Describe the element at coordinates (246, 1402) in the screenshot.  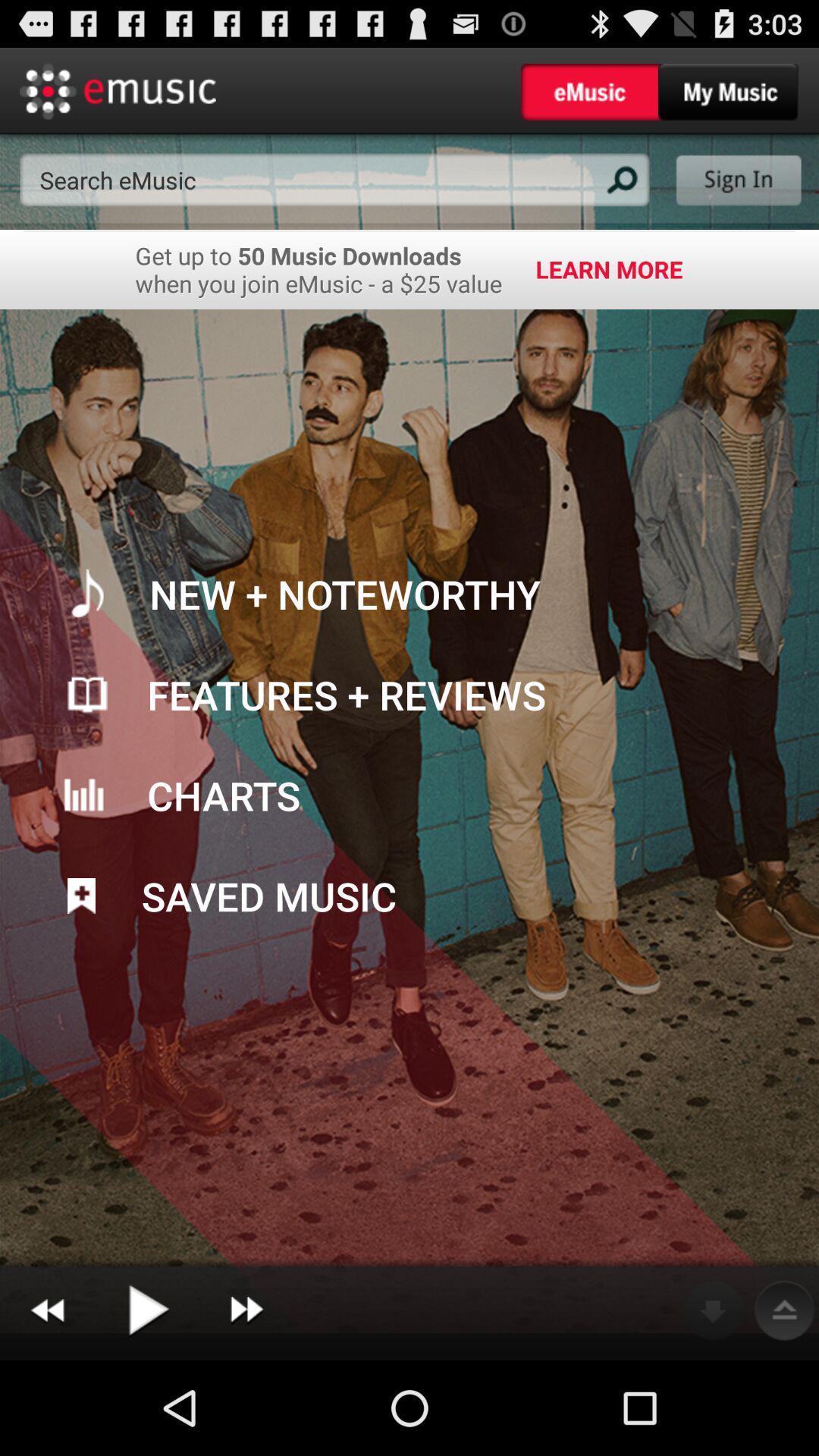
I see `the av_forward icon` at that location.